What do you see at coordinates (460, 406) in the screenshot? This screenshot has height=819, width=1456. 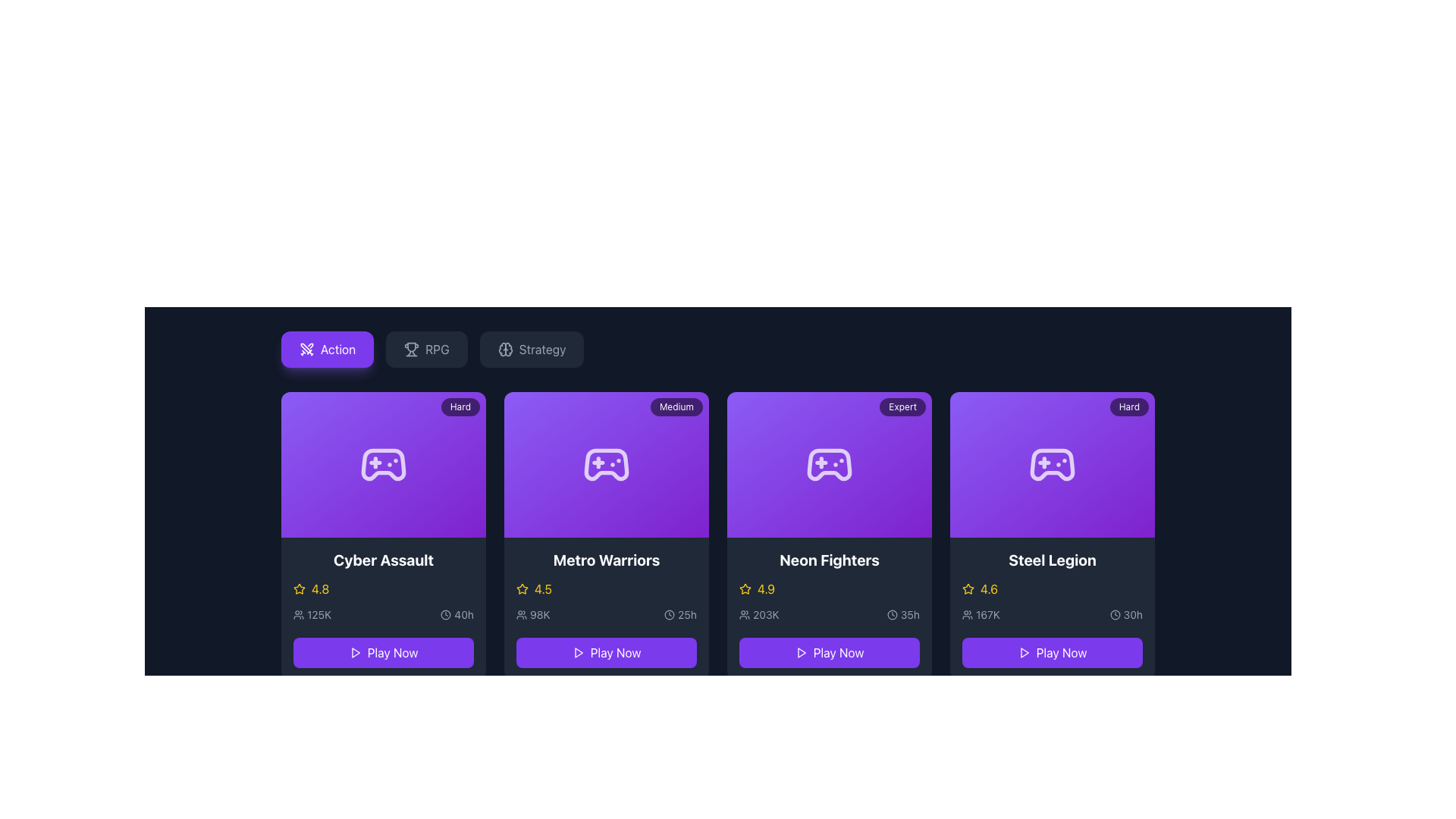 I see `displayed text 'Hard' on the small, rounded rectangle badge located at the top-right corner of the 'Cyber Assault' game card` at bounding box center [460, 406].